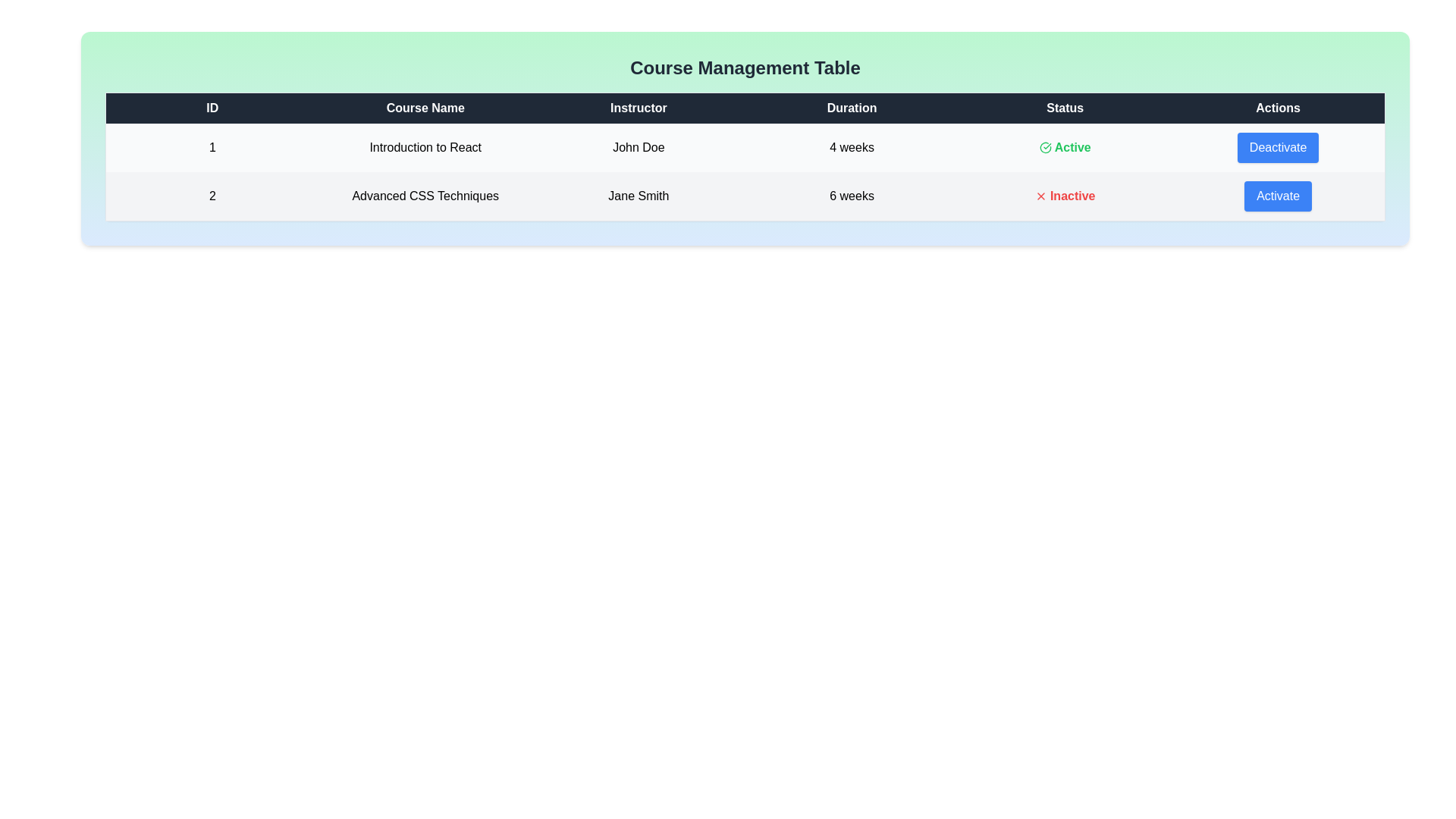  Describe the element at coordinates (1277, 195) in the screenshot. I see `the 'Activate' button with a blue background located in the 'Actions' column of the 'Advanced CSS Techniques' row` at that location.